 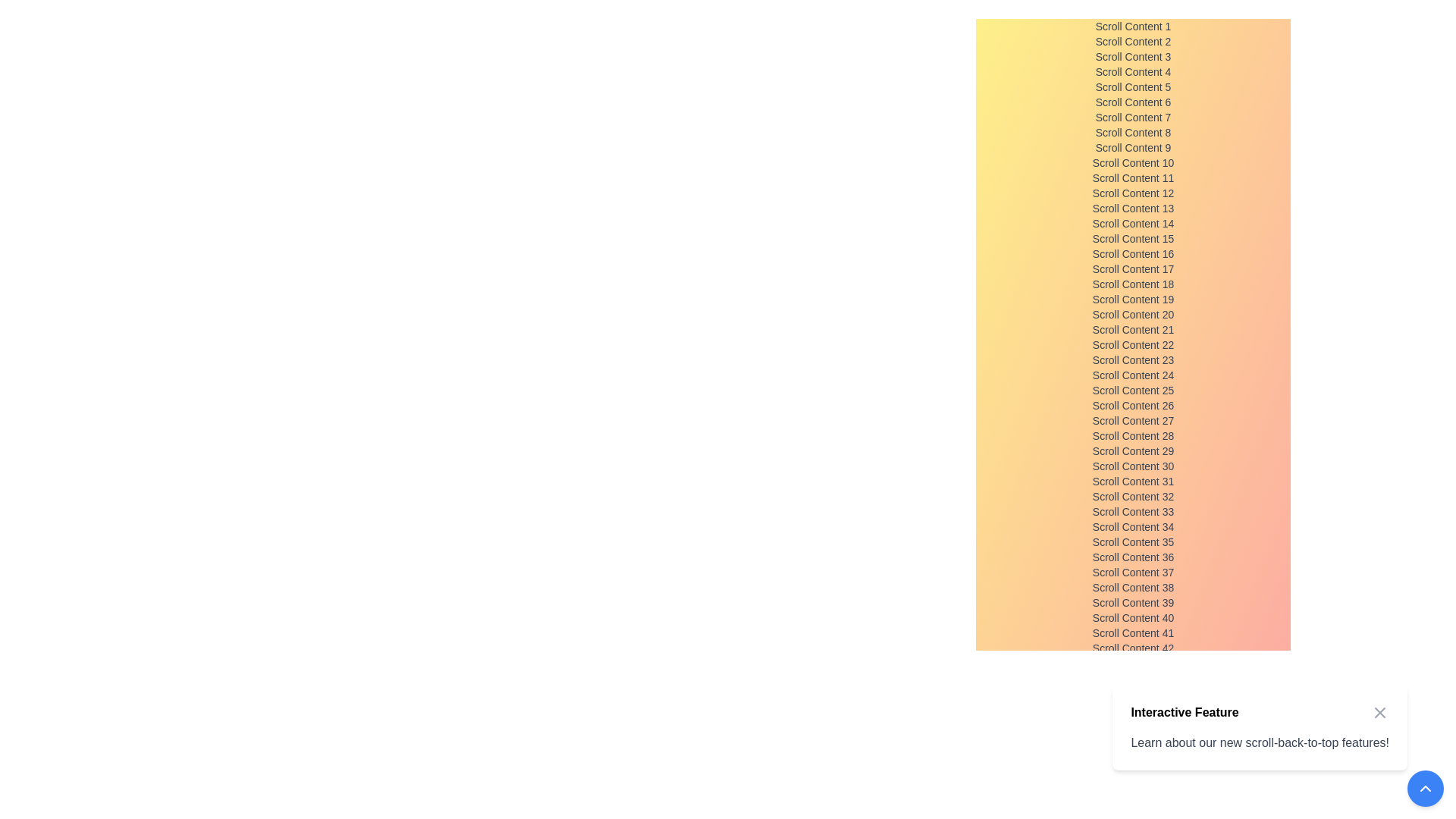 I want to click on the static text element that serves as a label in the scrollable list, positioned as the 16th item between 'Scroll Content 15' and 'Scroll Content 17', so click(x=1133, y=253).